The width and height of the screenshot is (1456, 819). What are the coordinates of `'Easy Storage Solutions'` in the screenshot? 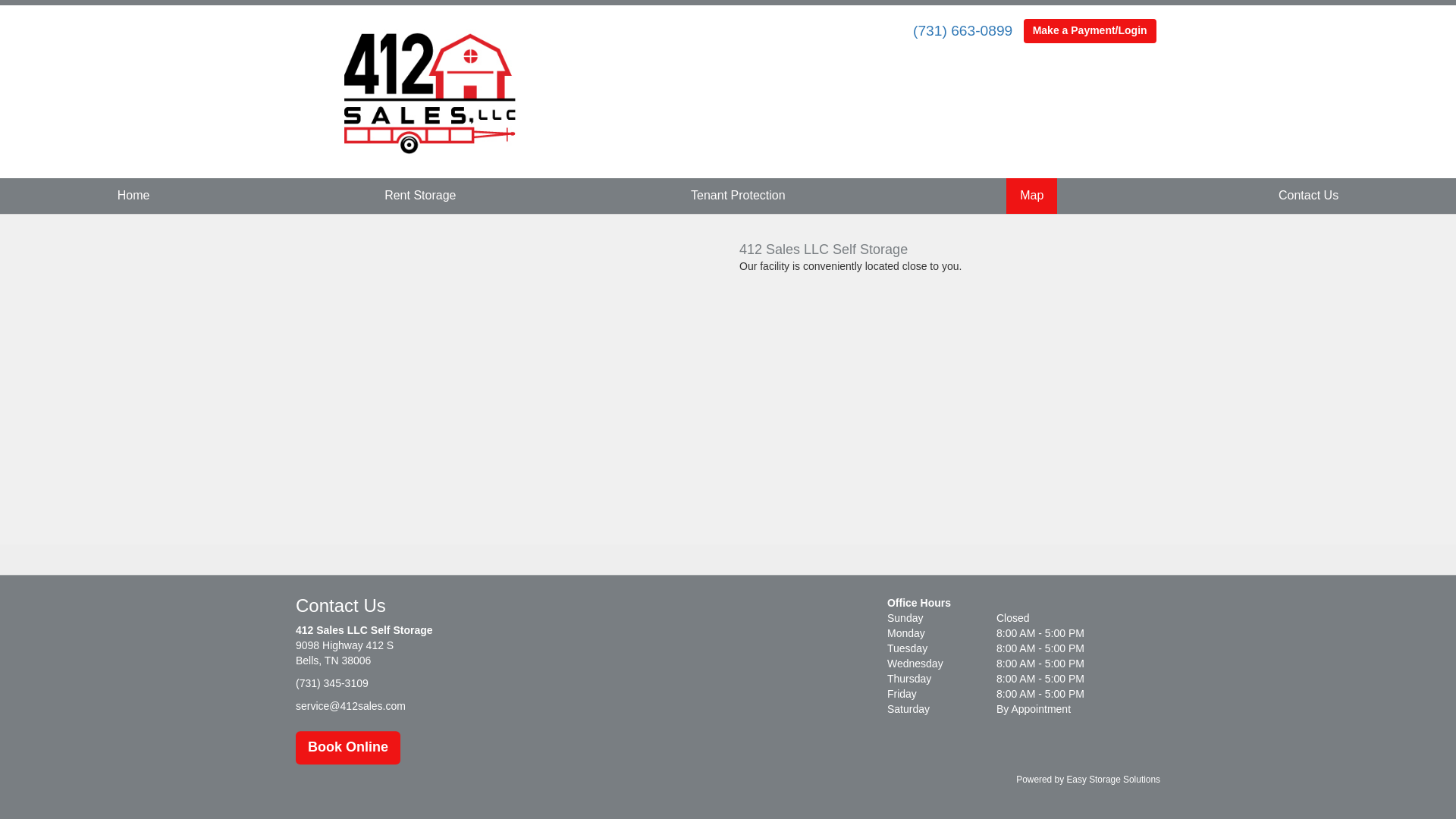 It's located at (1113, 780).